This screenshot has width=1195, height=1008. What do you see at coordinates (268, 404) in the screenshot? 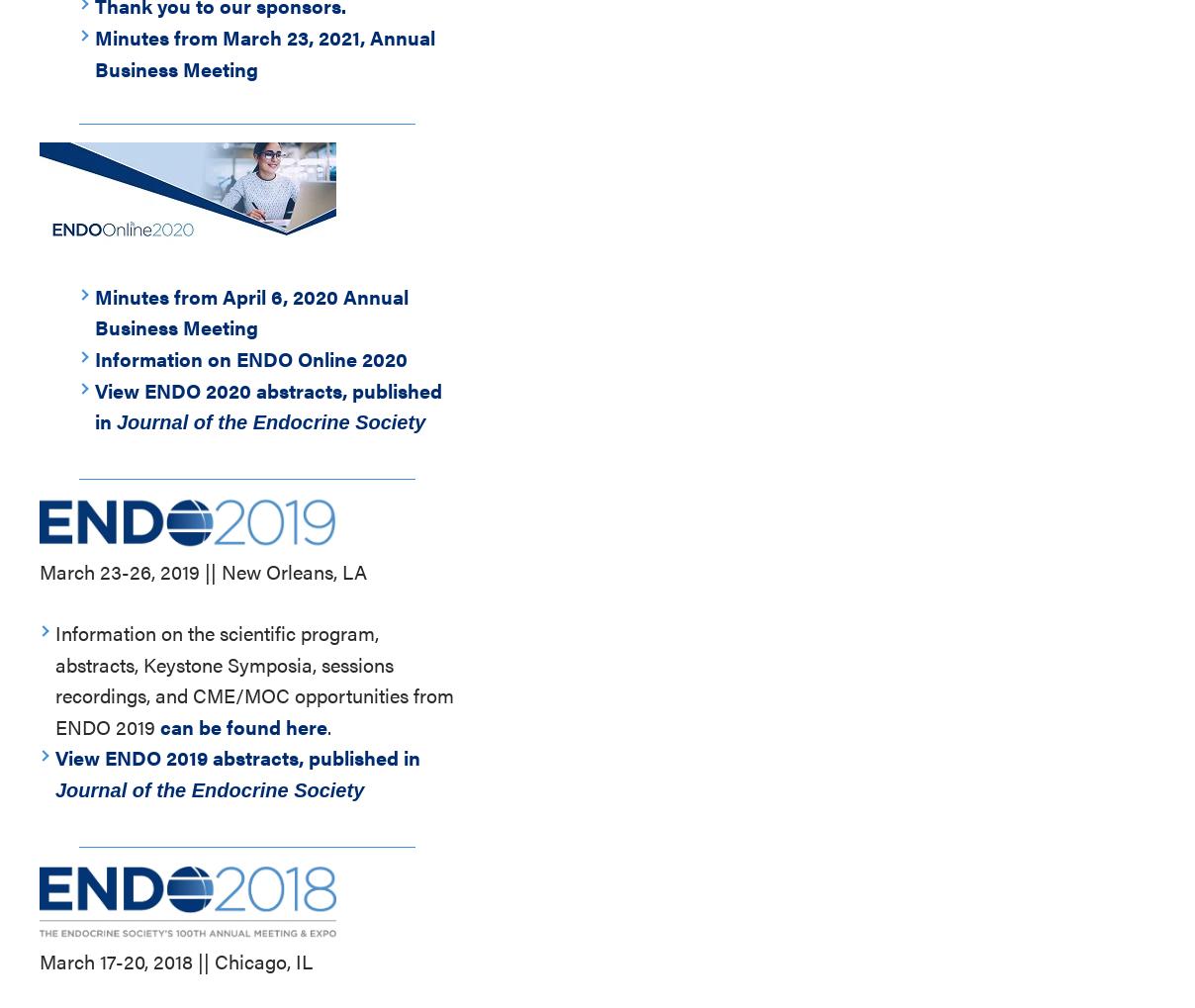
I see `'View ENDO 2020 abstracts, published in'` at bounding box center [268, 404].